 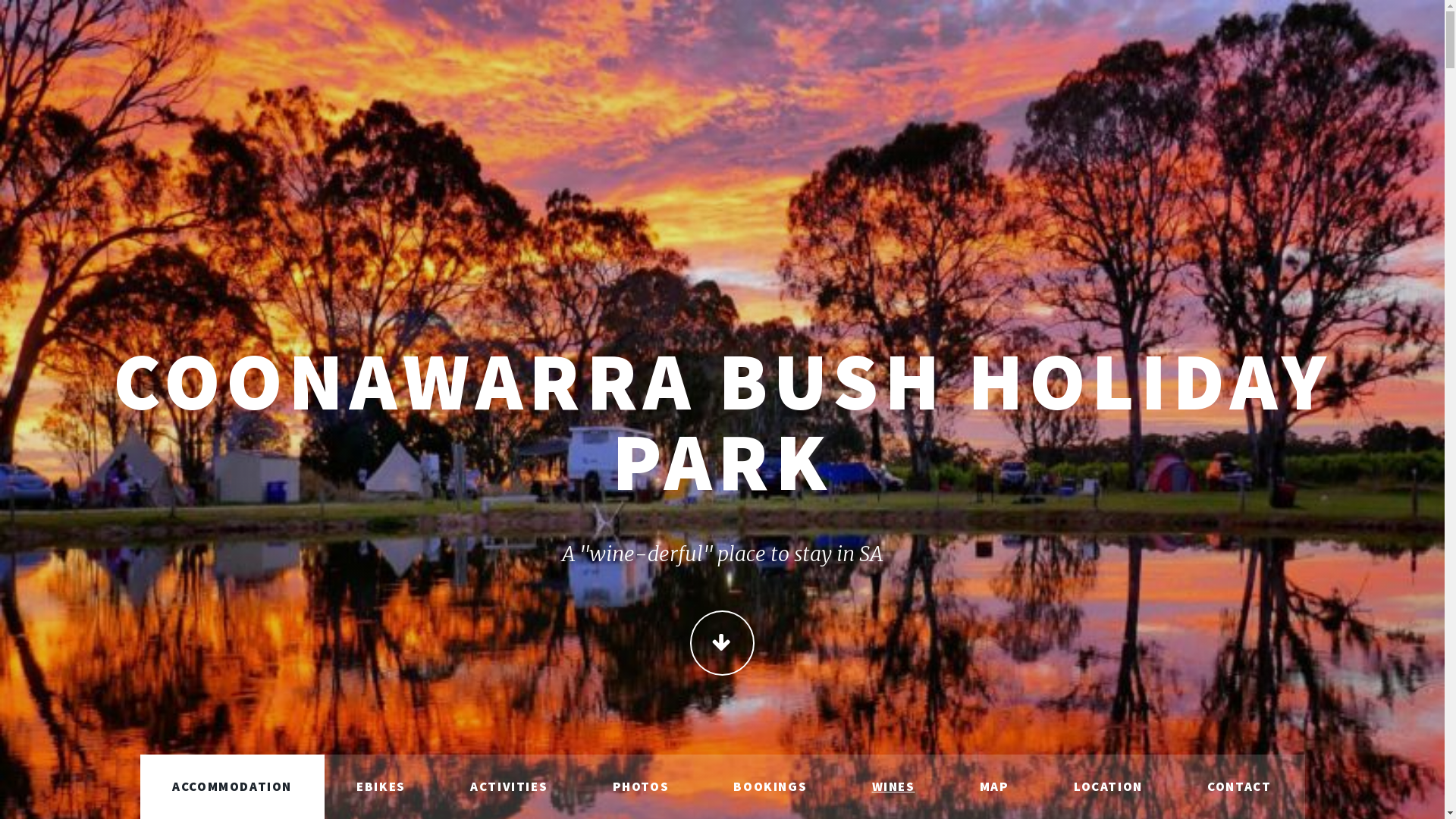 I want to click on 'CONTINUE', so click(x=721, y=642).